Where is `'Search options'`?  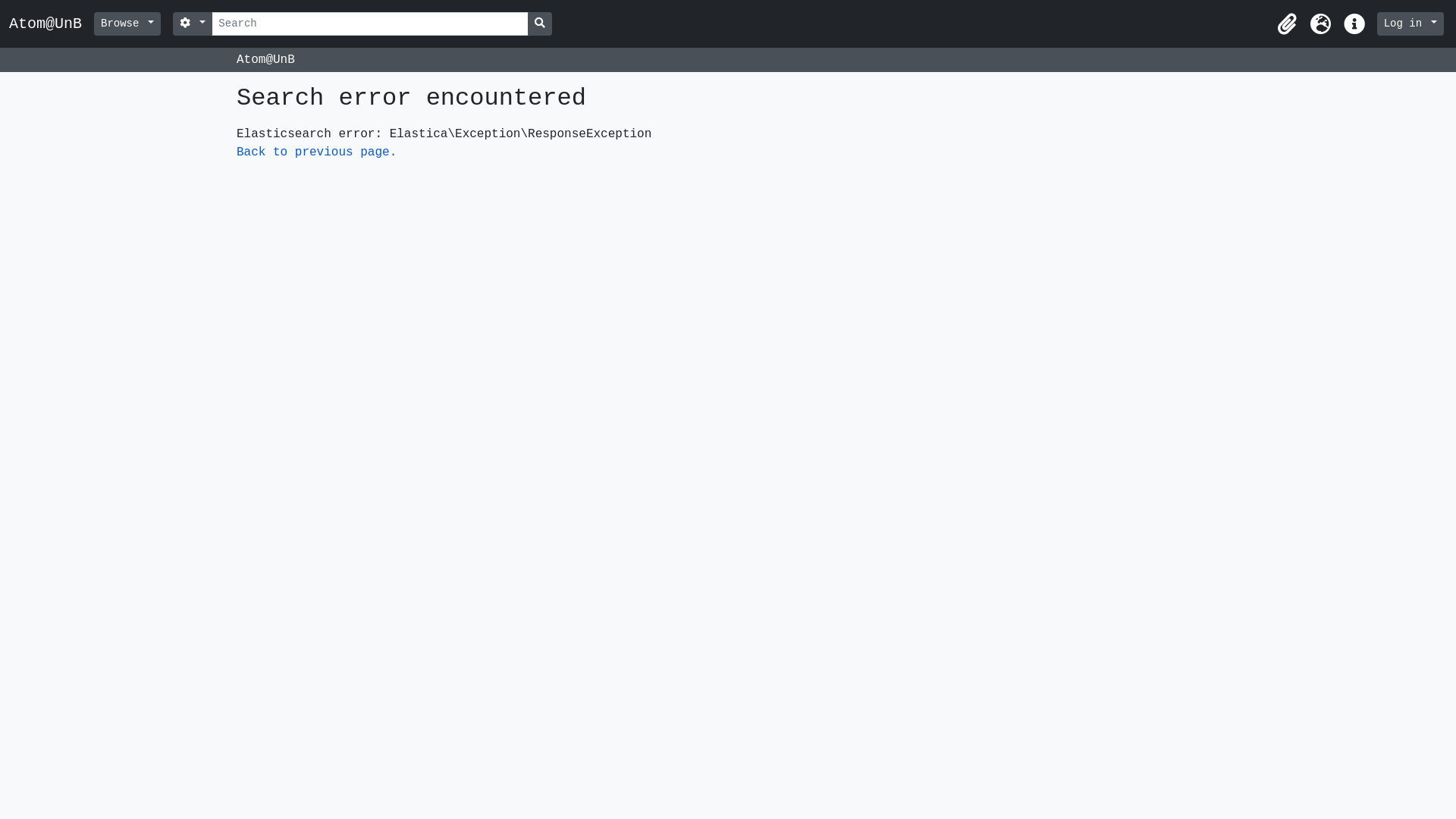
'Search options' is located at coordinates (192, 24).